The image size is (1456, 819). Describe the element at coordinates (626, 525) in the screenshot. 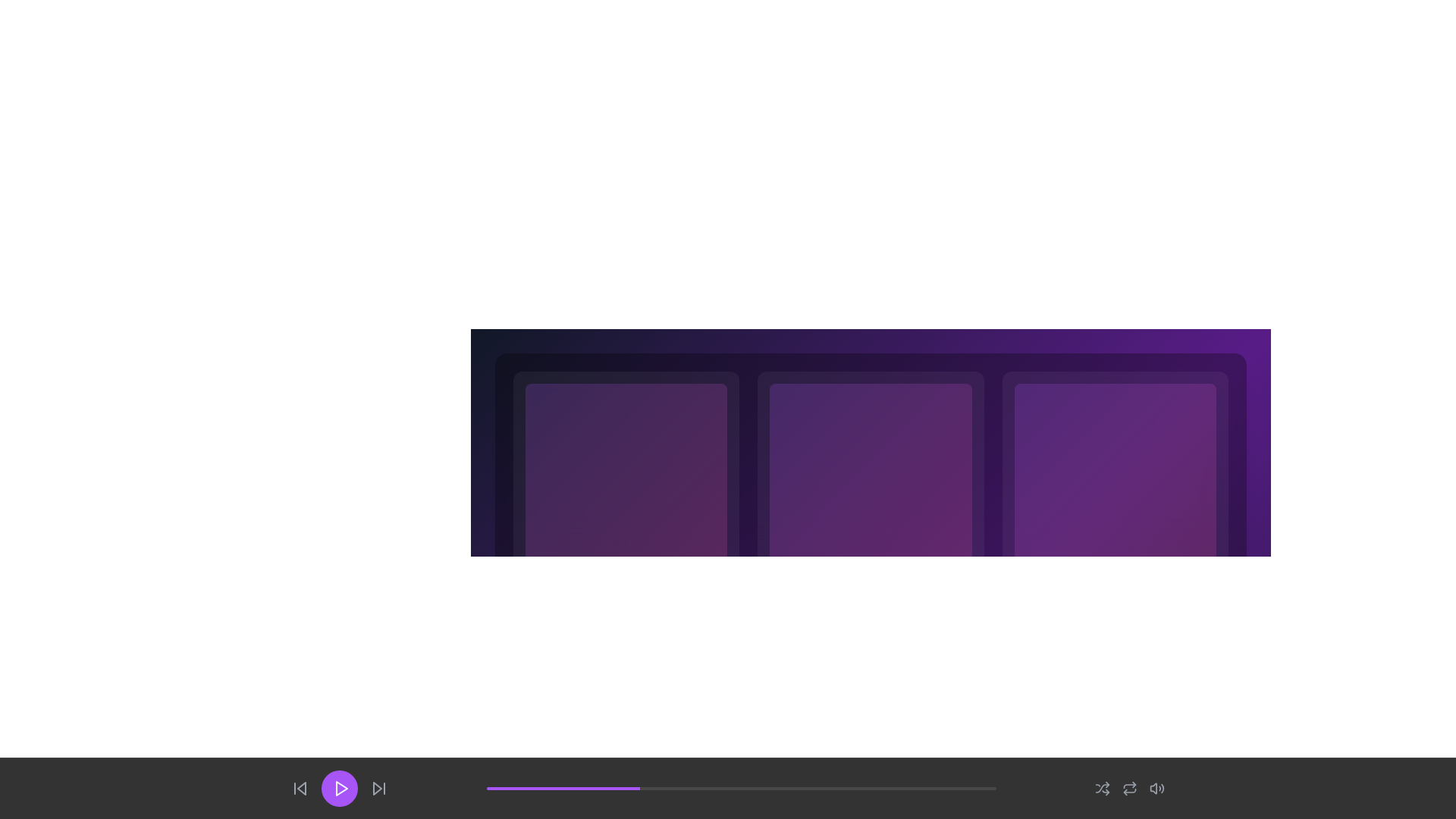

I see `the first multimedia card in the top left of the grid layout` at that location.